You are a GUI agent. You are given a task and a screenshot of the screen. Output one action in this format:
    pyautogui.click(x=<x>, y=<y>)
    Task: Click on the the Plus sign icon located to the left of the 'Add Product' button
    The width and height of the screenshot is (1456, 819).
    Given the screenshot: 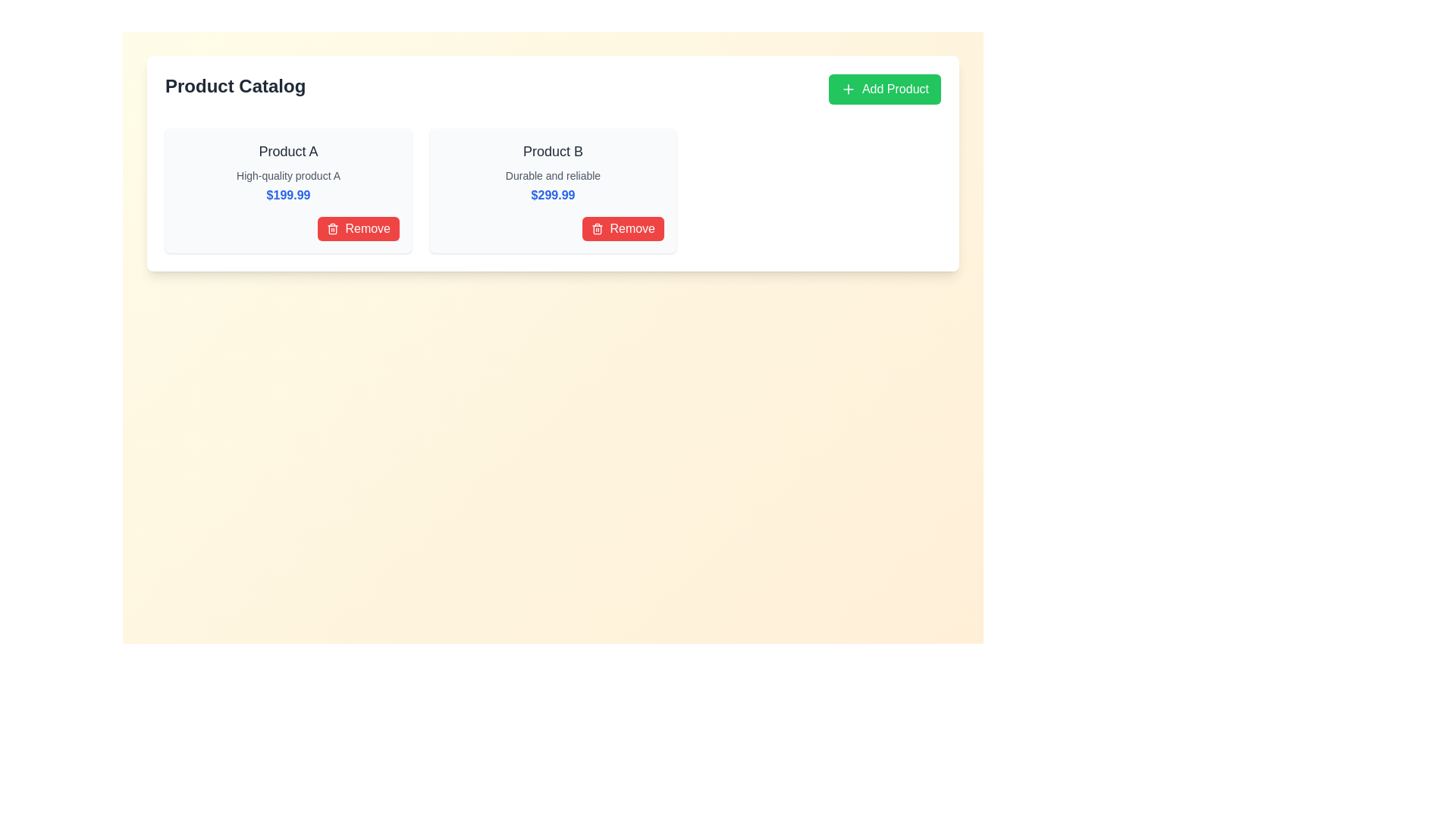 What is the action you would take?
    pyautogui.click(x=847, y=89)
    